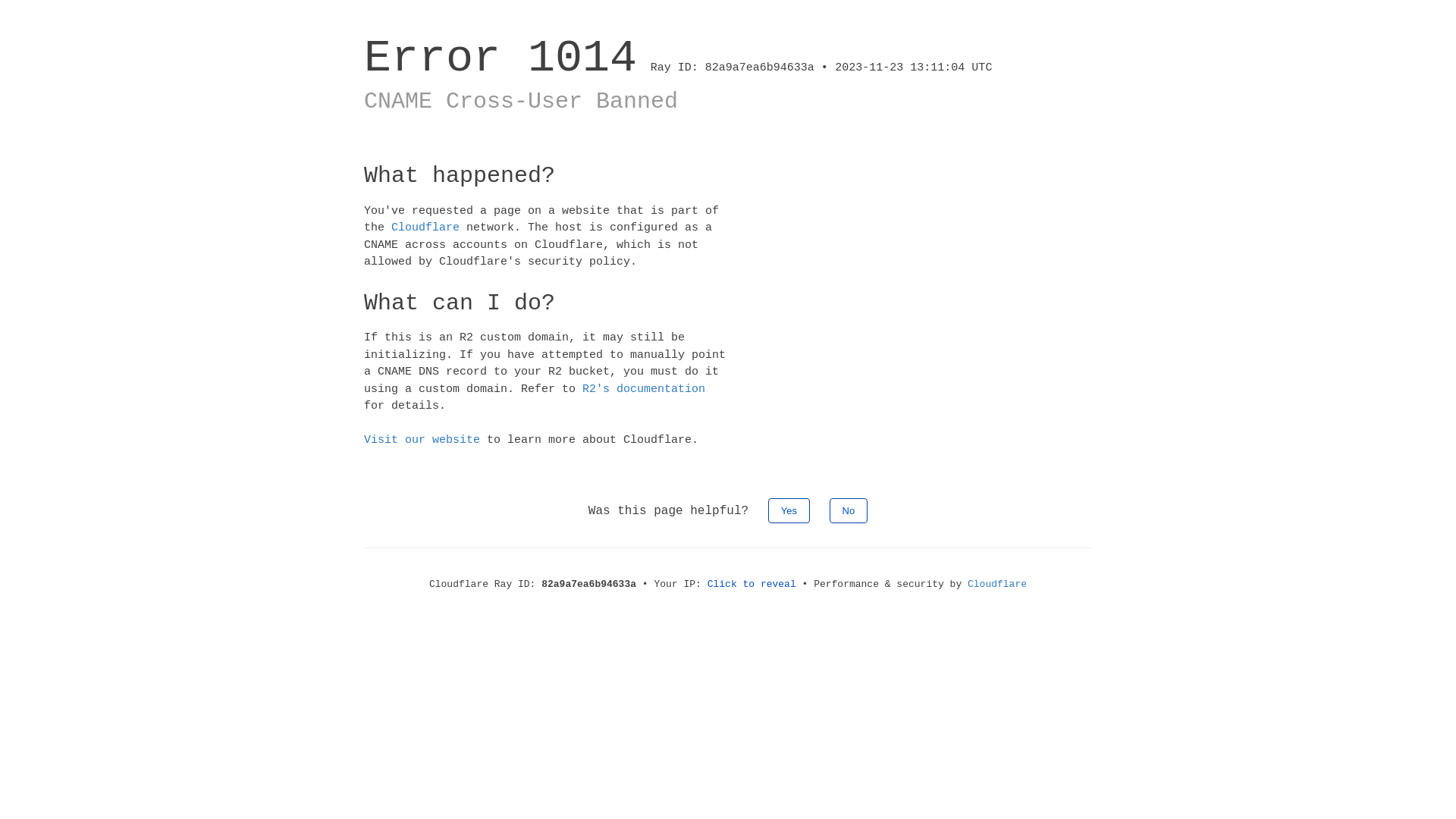 The image size is (1456, 819). Describe the element at coordinates (422, 440) in the screenshot. I see `'Visit our website'` at that location.